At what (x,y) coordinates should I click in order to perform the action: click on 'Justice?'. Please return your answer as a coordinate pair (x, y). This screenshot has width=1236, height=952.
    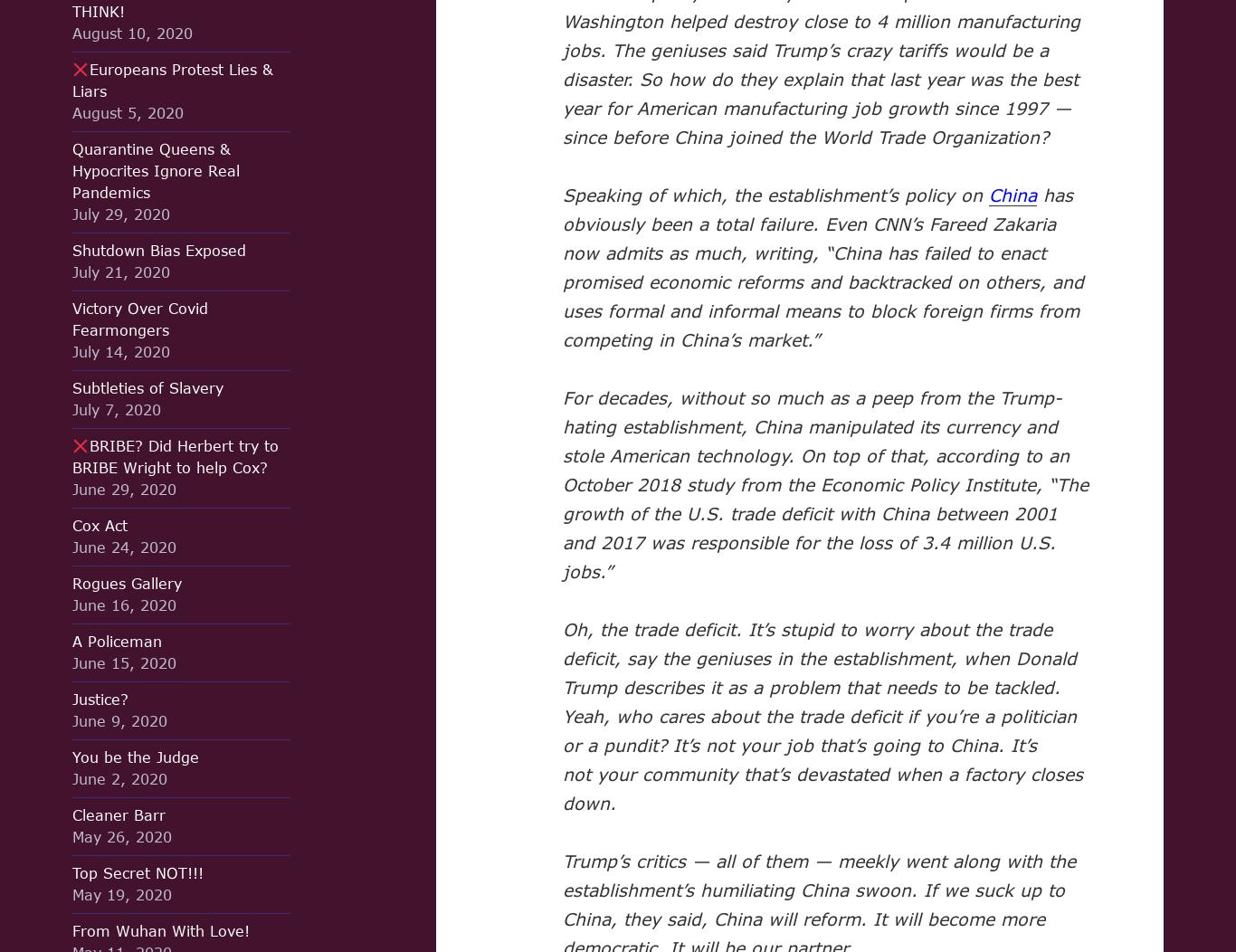
    Looking at the image, I should click on (100, 698).